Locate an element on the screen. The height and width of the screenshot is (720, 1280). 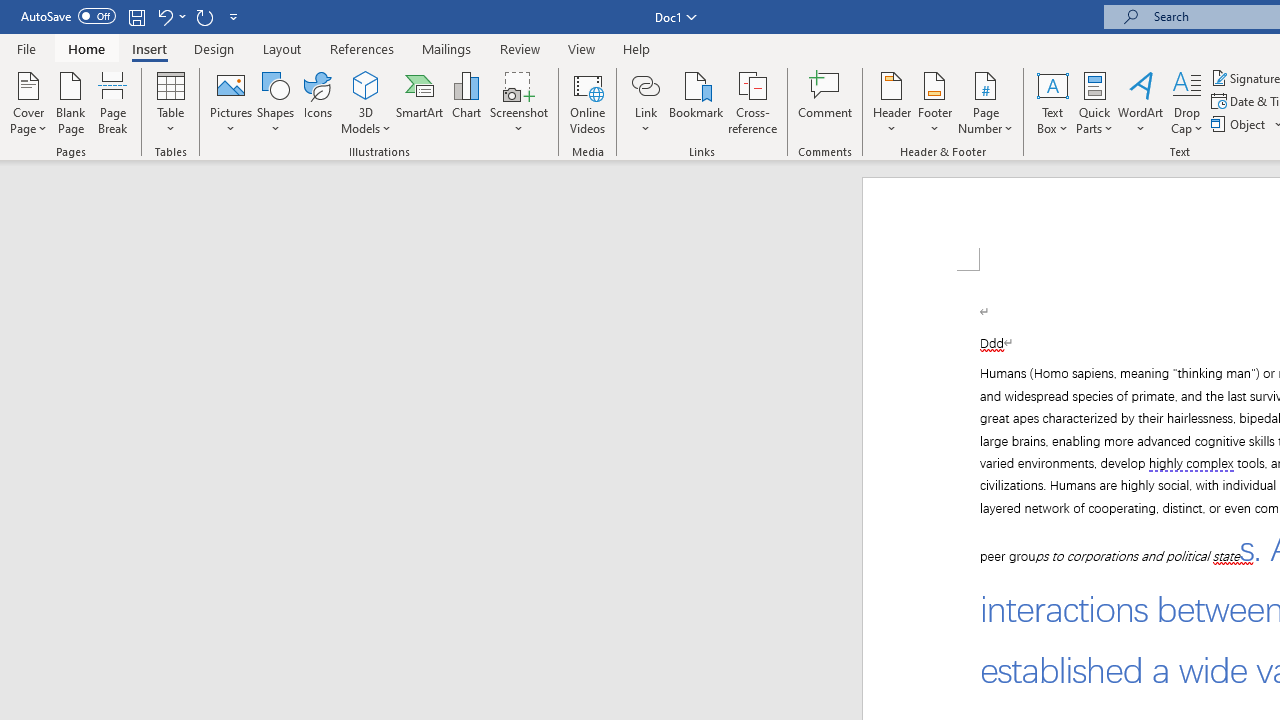
'Online Videos...' is located at coordinates (587, 103).